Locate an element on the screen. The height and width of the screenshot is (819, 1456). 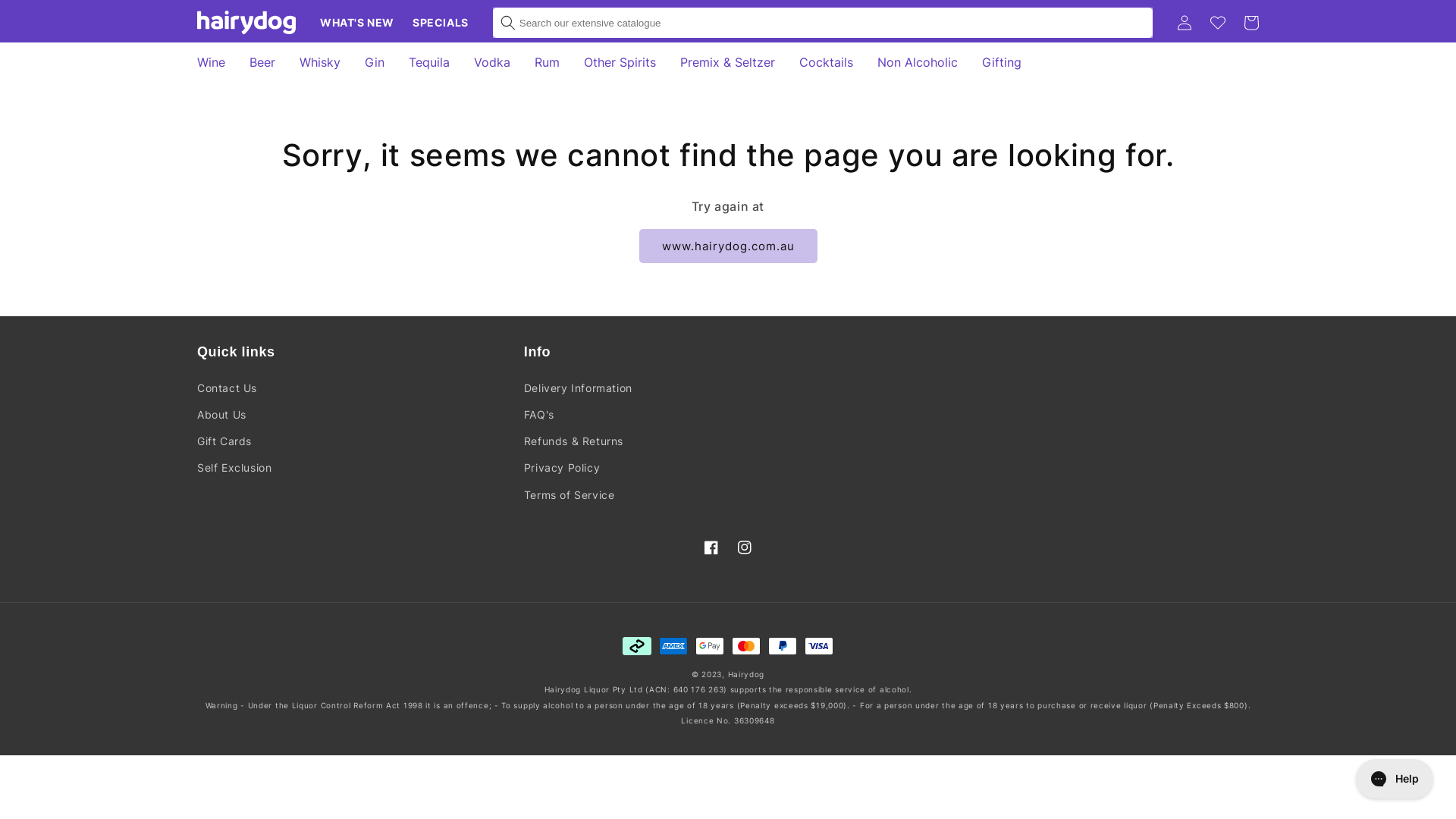
'WHAT'S NEW' is located at coordinates (309, 23).